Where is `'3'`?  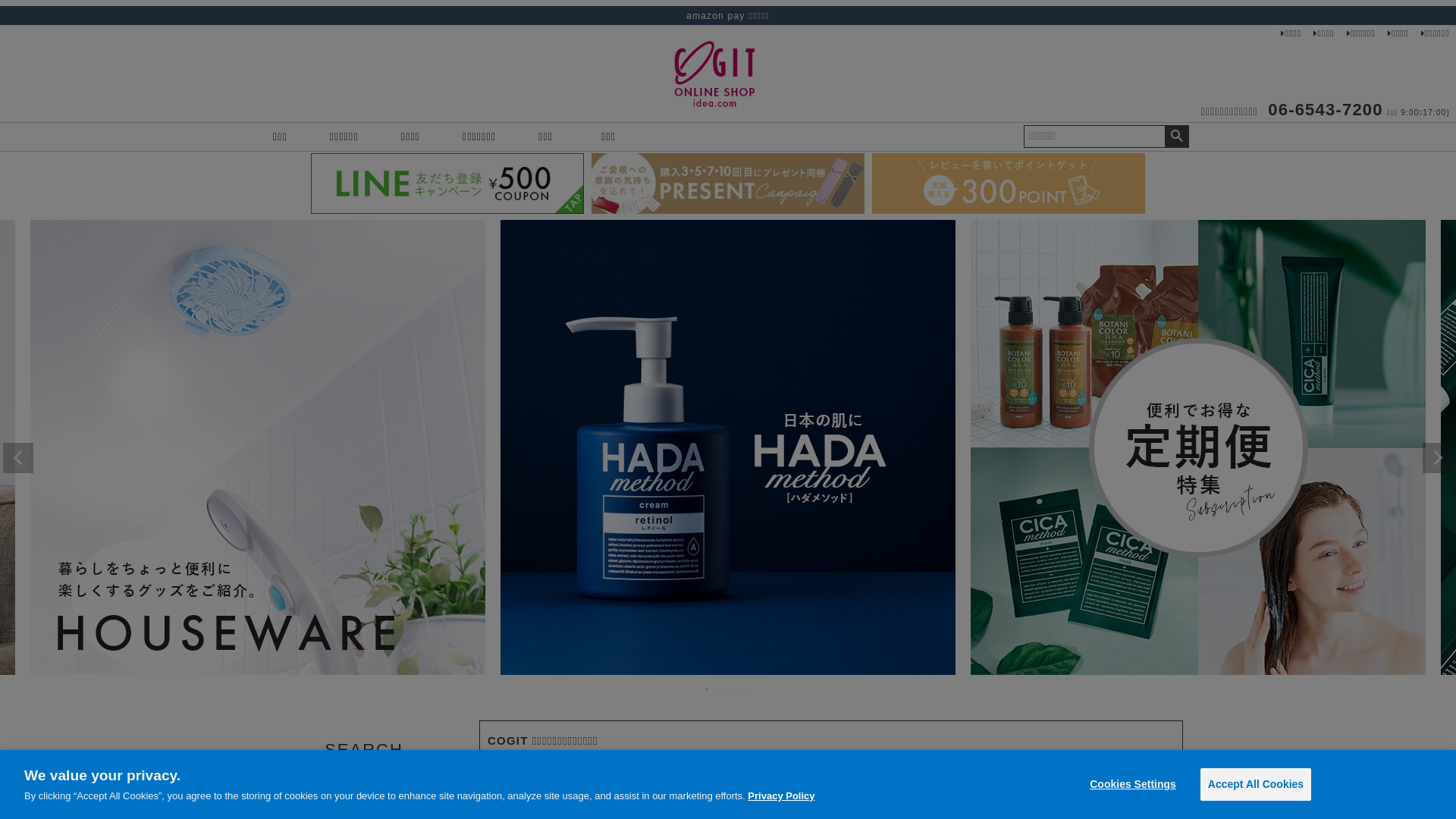 '3' is located at coordinates (728, 688).